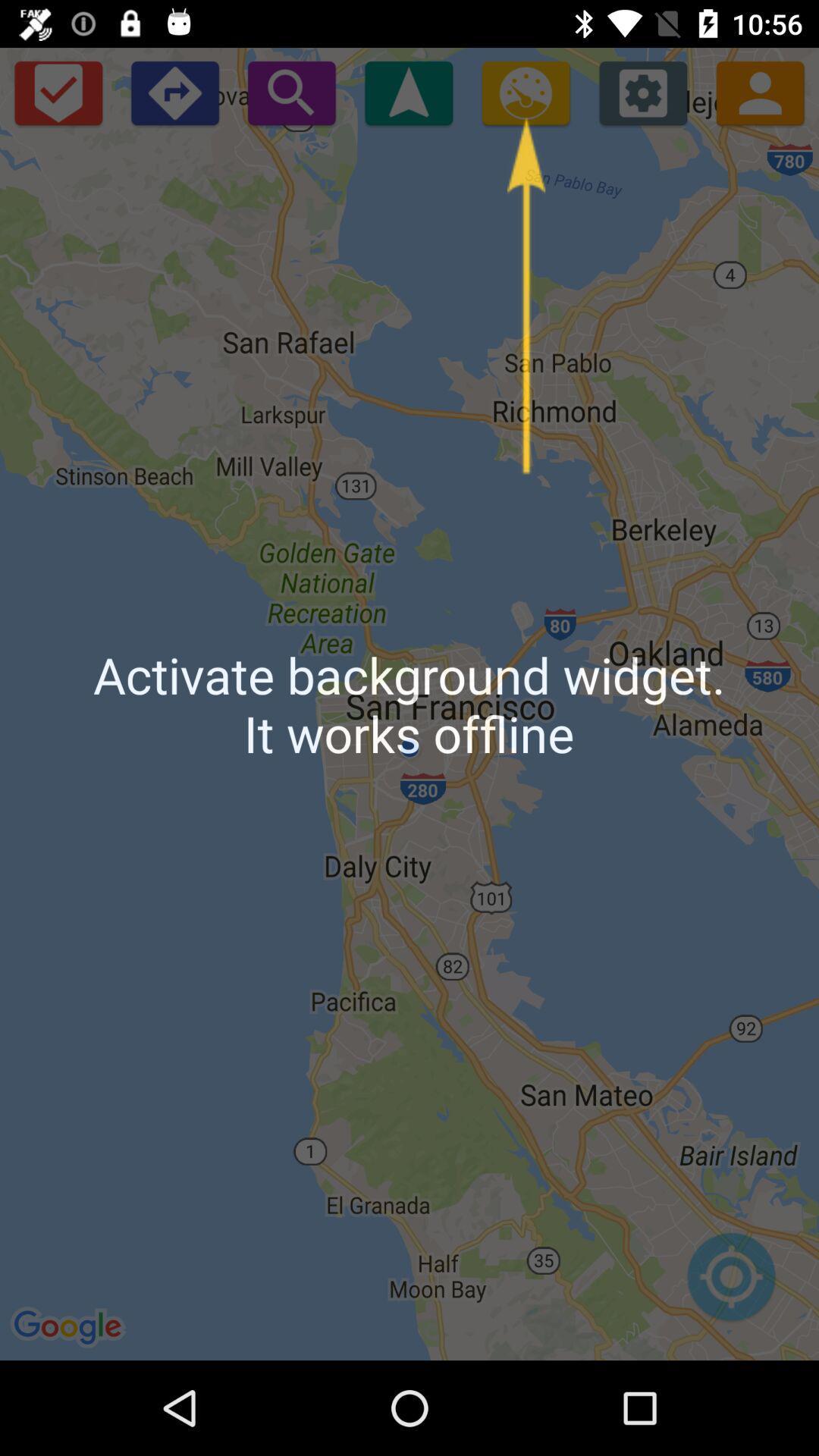  What do you see at coordinates (643, 92) in the screenshot?
I see `the settings icon` at bounding box center [643, 92].